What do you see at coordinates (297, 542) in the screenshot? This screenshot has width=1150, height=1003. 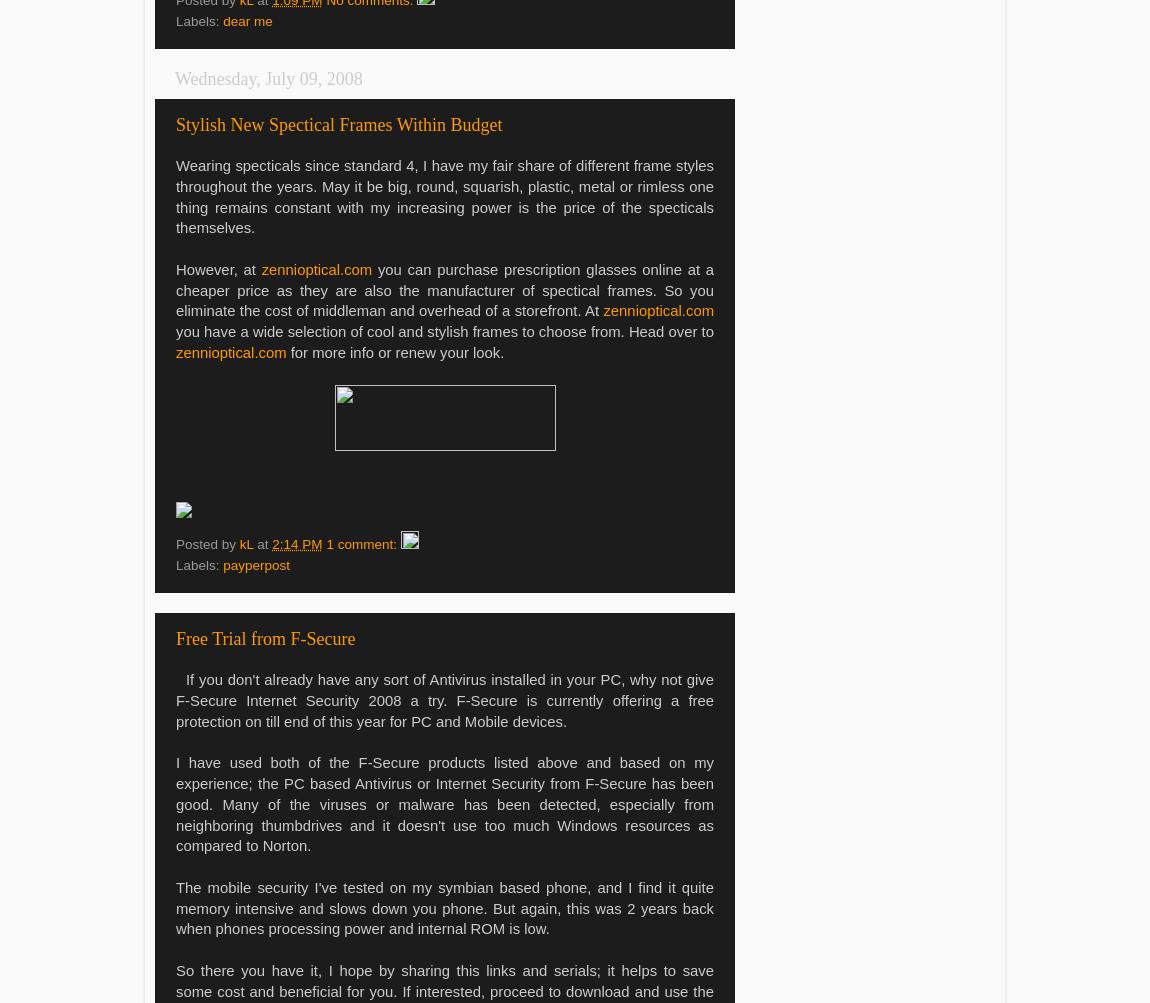 I see `'2:14 PM'` at bounding box center [297, 542].